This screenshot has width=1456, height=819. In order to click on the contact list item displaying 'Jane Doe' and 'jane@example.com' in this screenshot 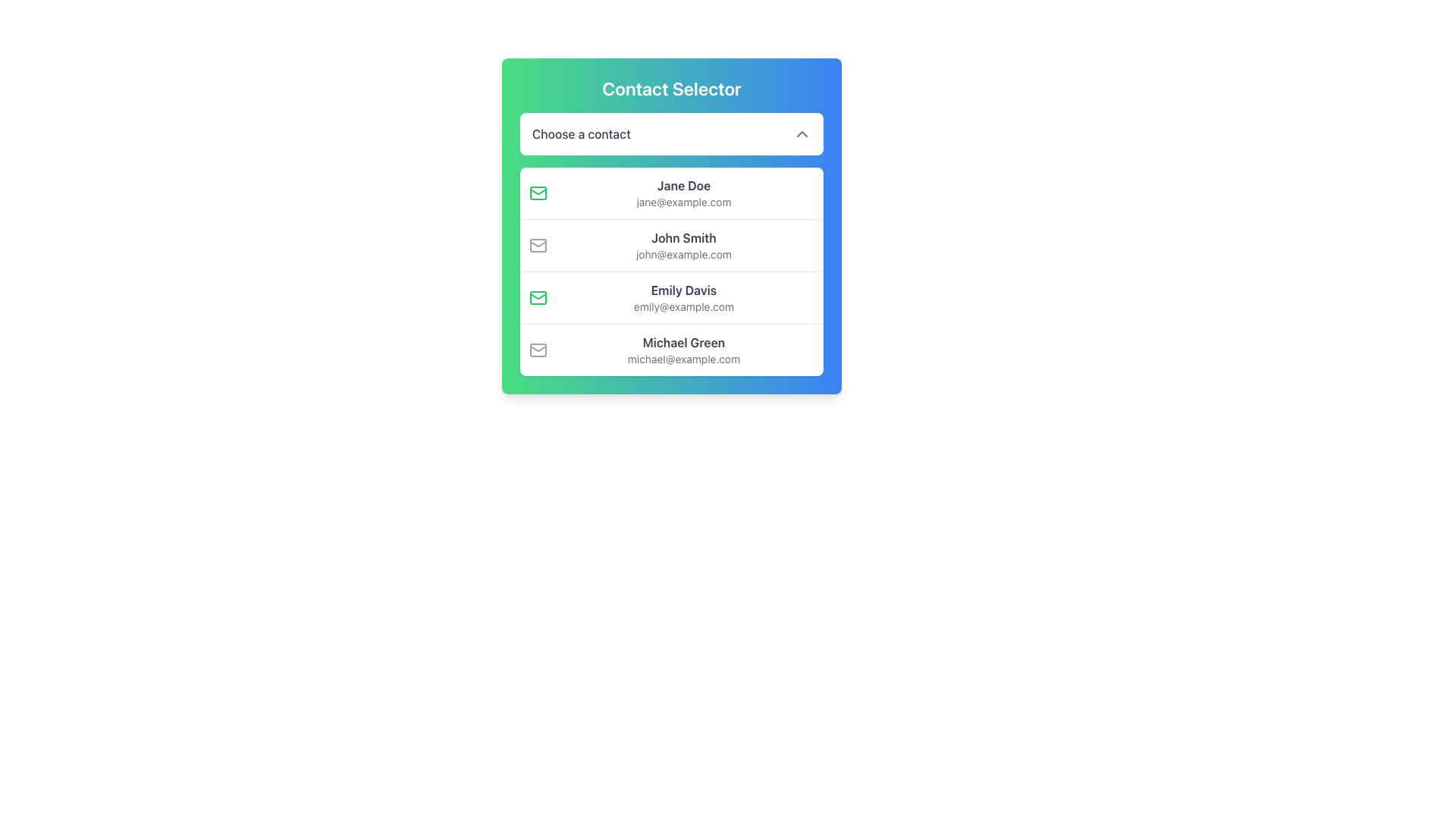, I will do `click(683, 192)`.